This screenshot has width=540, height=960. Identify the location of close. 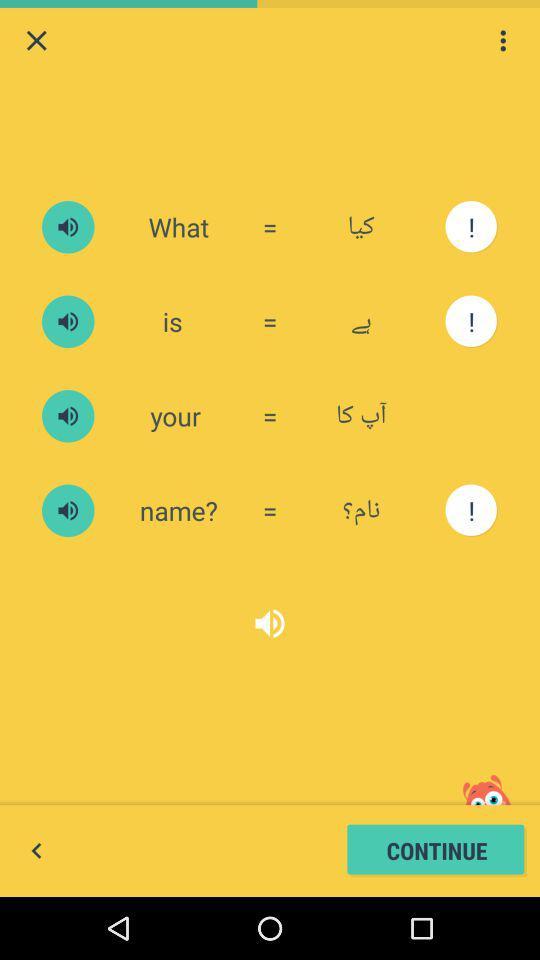
(36, 39).